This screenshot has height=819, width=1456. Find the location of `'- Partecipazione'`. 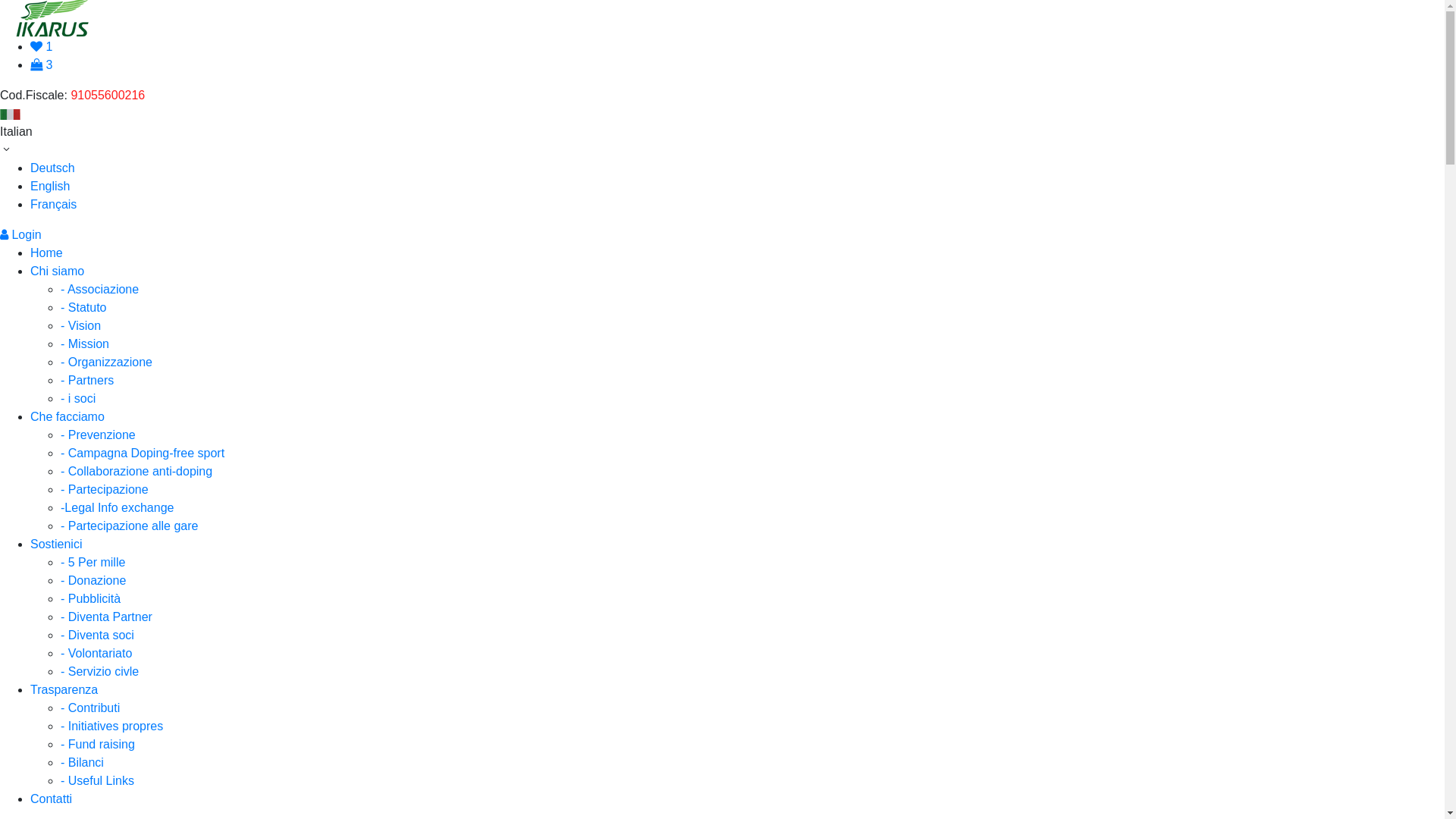

'- Partecipazione' is located at coordinates (61, 489).